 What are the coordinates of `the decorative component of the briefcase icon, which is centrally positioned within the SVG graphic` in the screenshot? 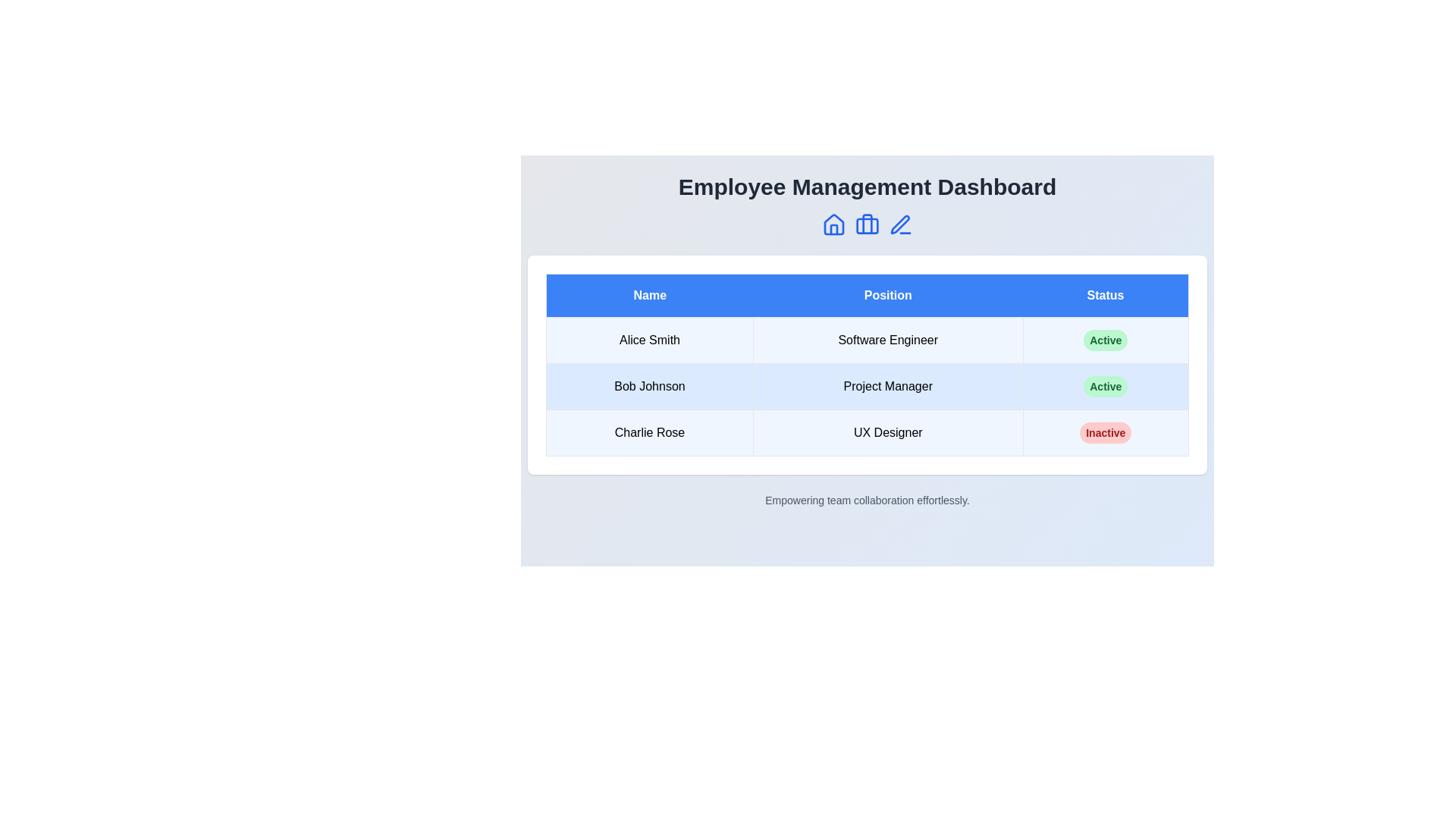 It's located at (867, 225).